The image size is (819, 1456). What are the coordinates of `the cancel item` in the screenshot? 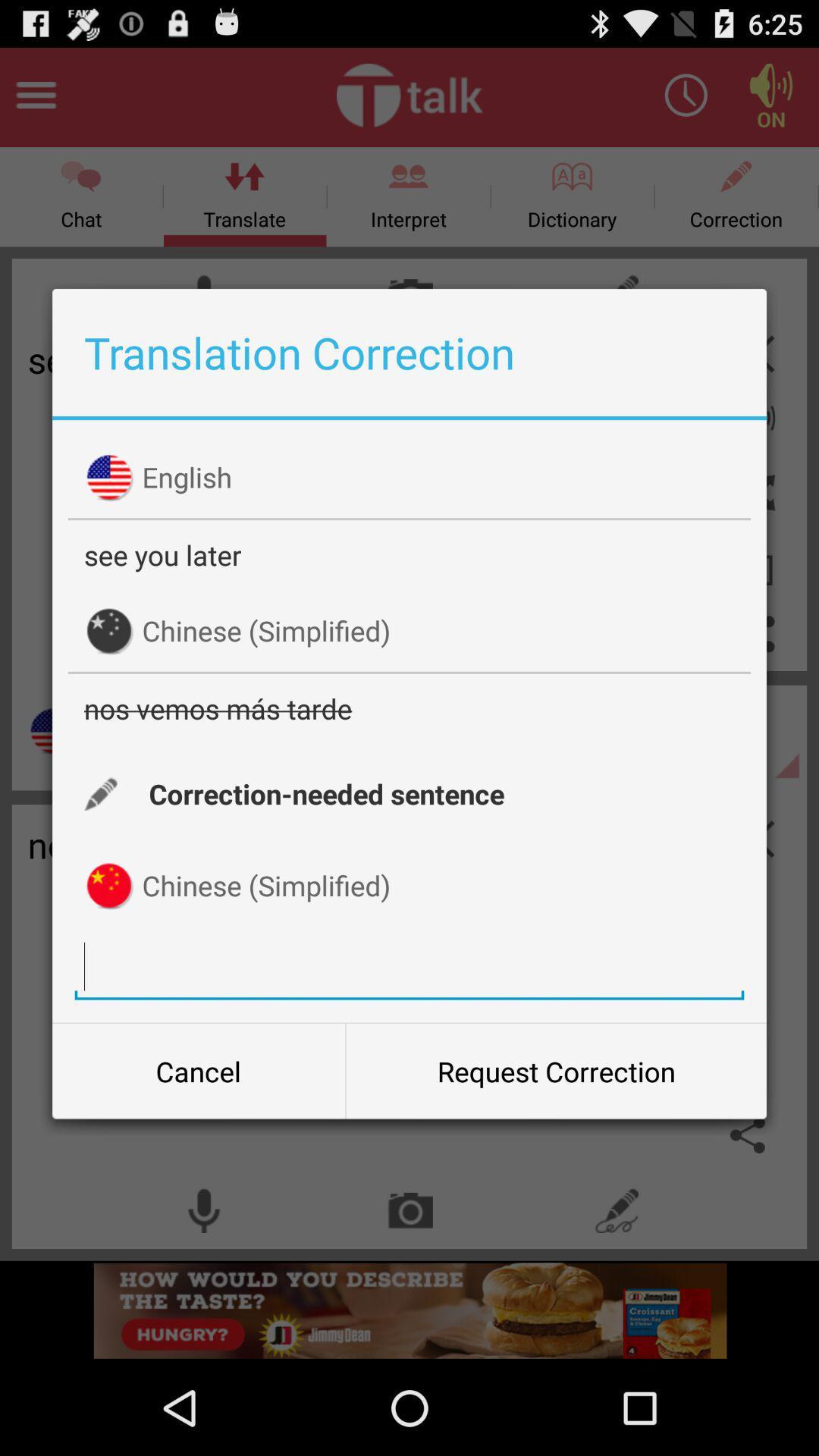 It's located at (198, 1070).